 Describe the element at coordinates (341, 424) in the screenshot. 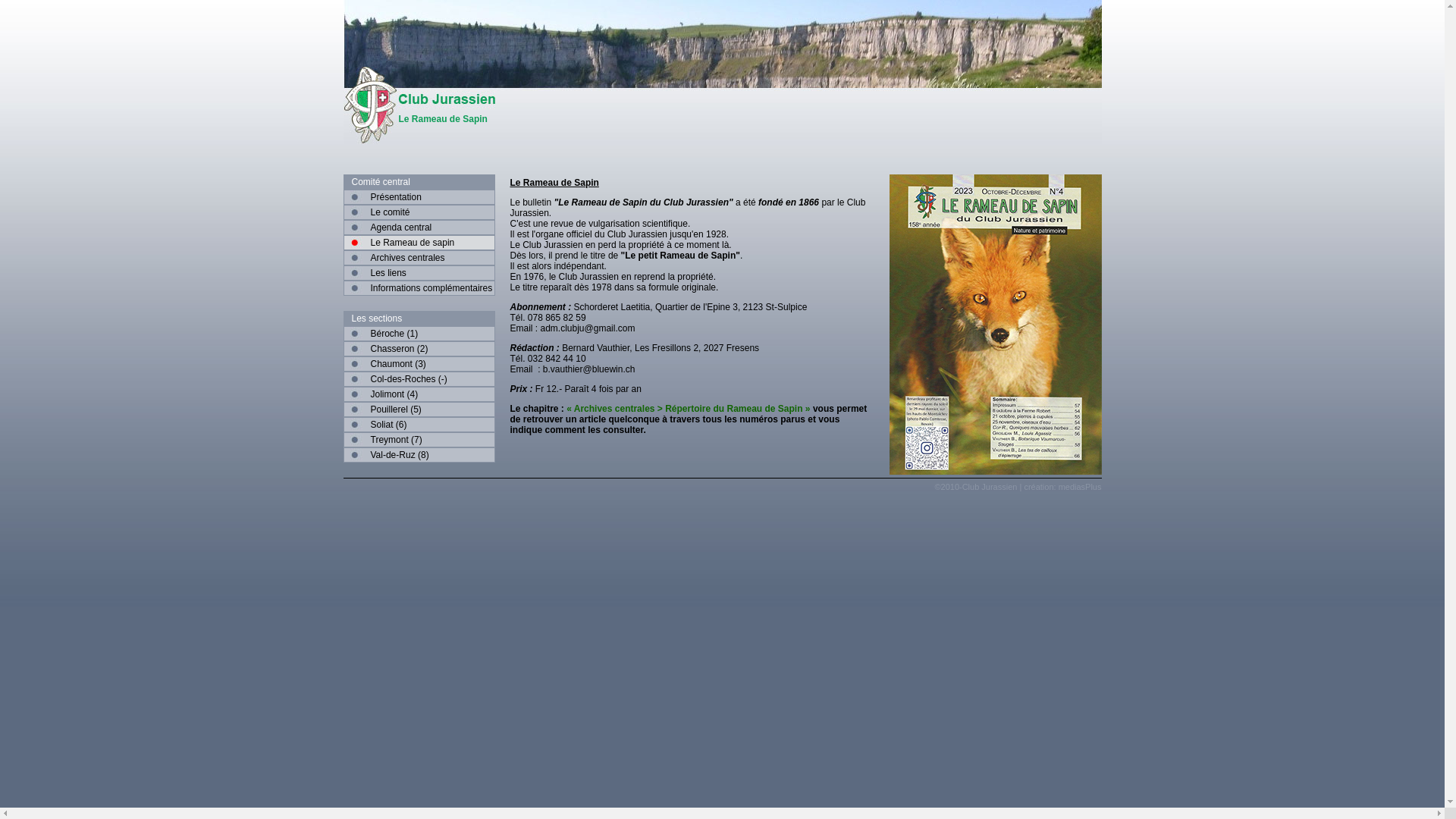

I see `'Soliat (6)'` at that location.